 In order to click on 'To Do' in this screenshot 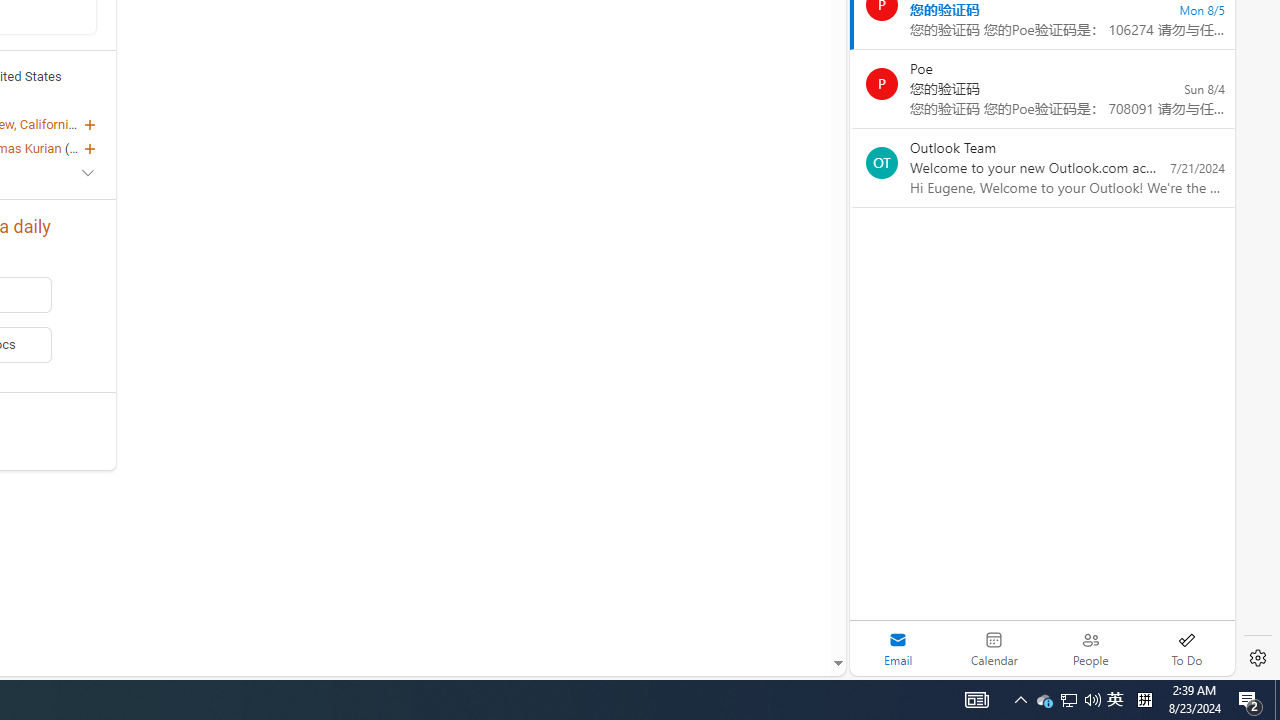, I will do `click(1186, 648)`.